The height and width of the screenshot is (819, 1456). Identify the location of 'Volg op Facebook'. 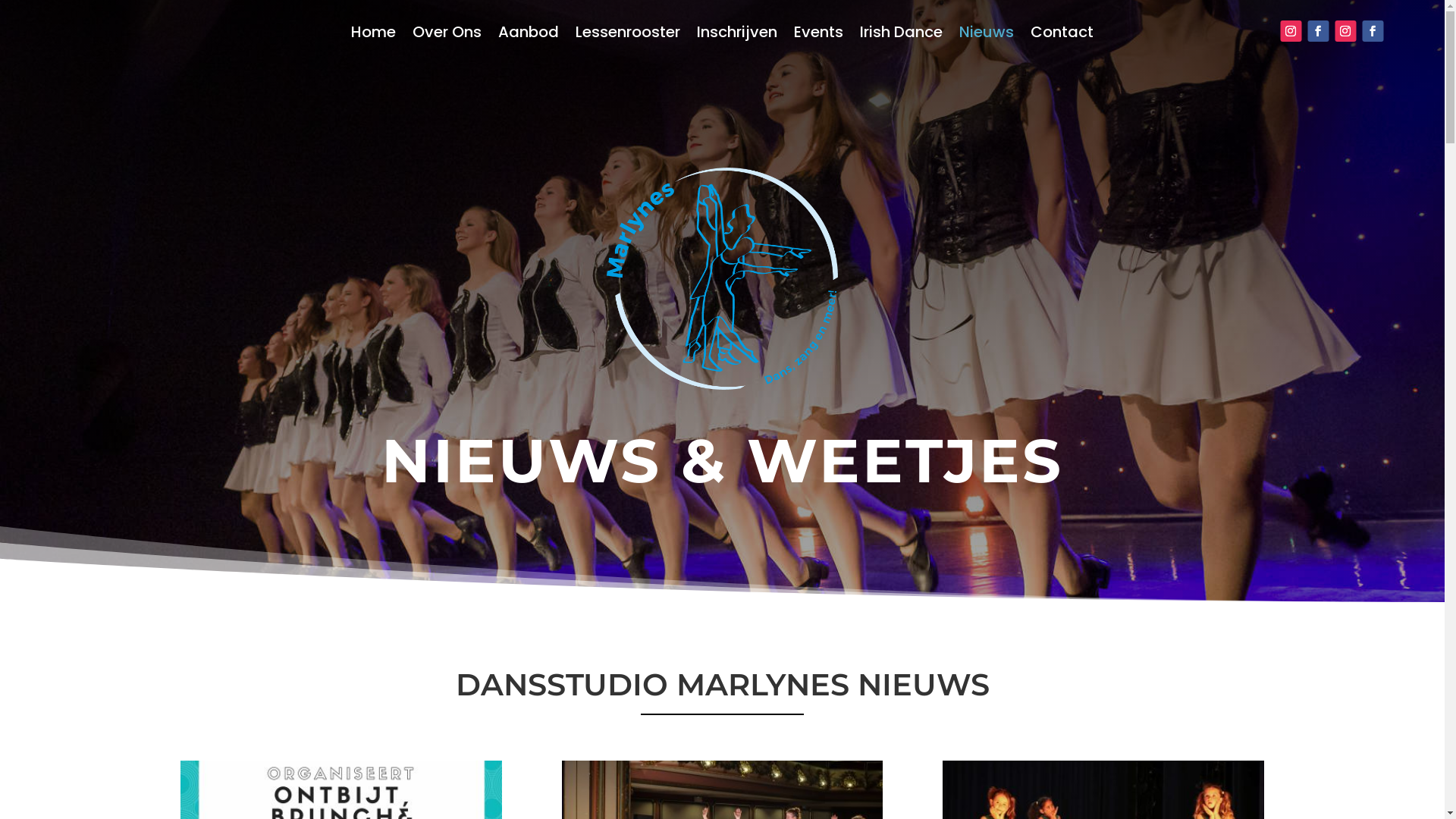
(1372, 31).